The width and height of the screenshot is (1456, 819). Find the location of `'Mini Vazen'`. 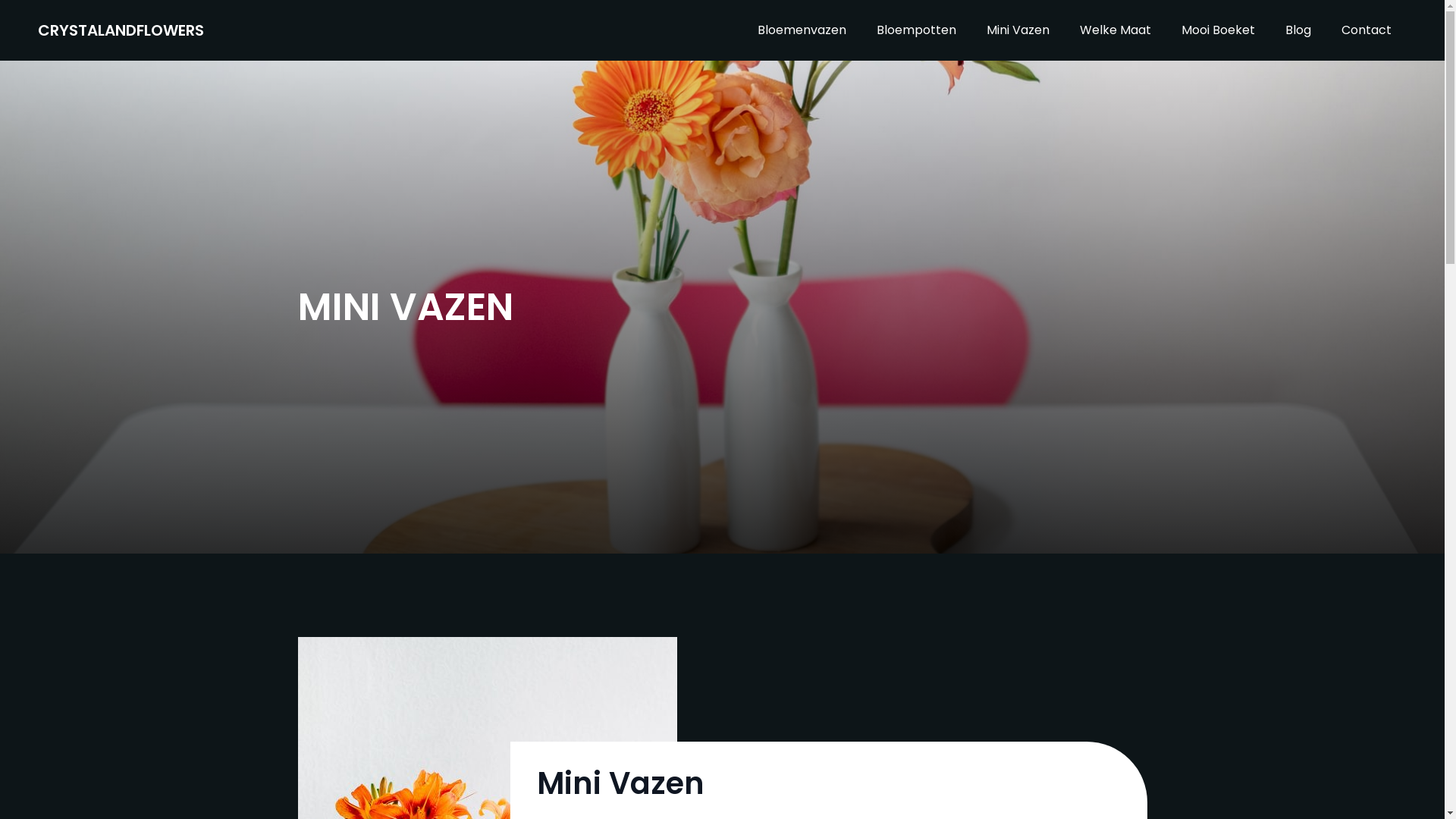

'Mini Vazen' is located at coordinates (1018, 30).